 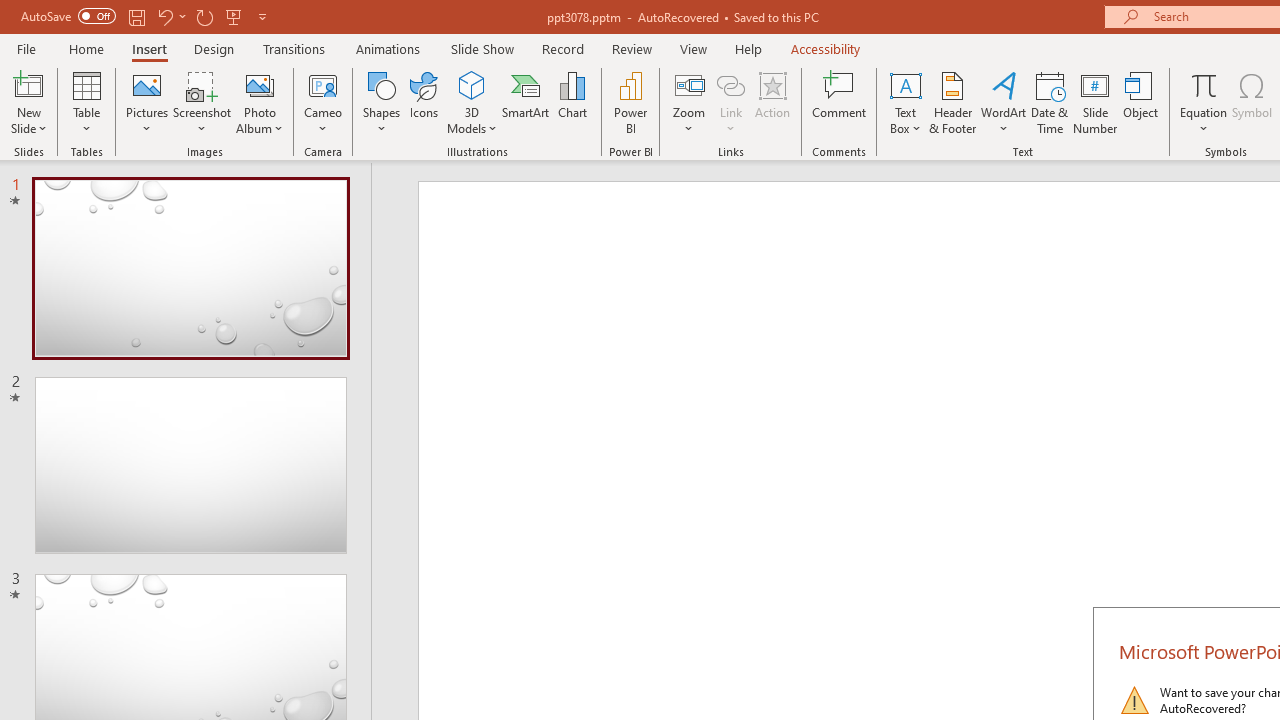 I want to click on 'Equation', so click(x=1202, y=103).